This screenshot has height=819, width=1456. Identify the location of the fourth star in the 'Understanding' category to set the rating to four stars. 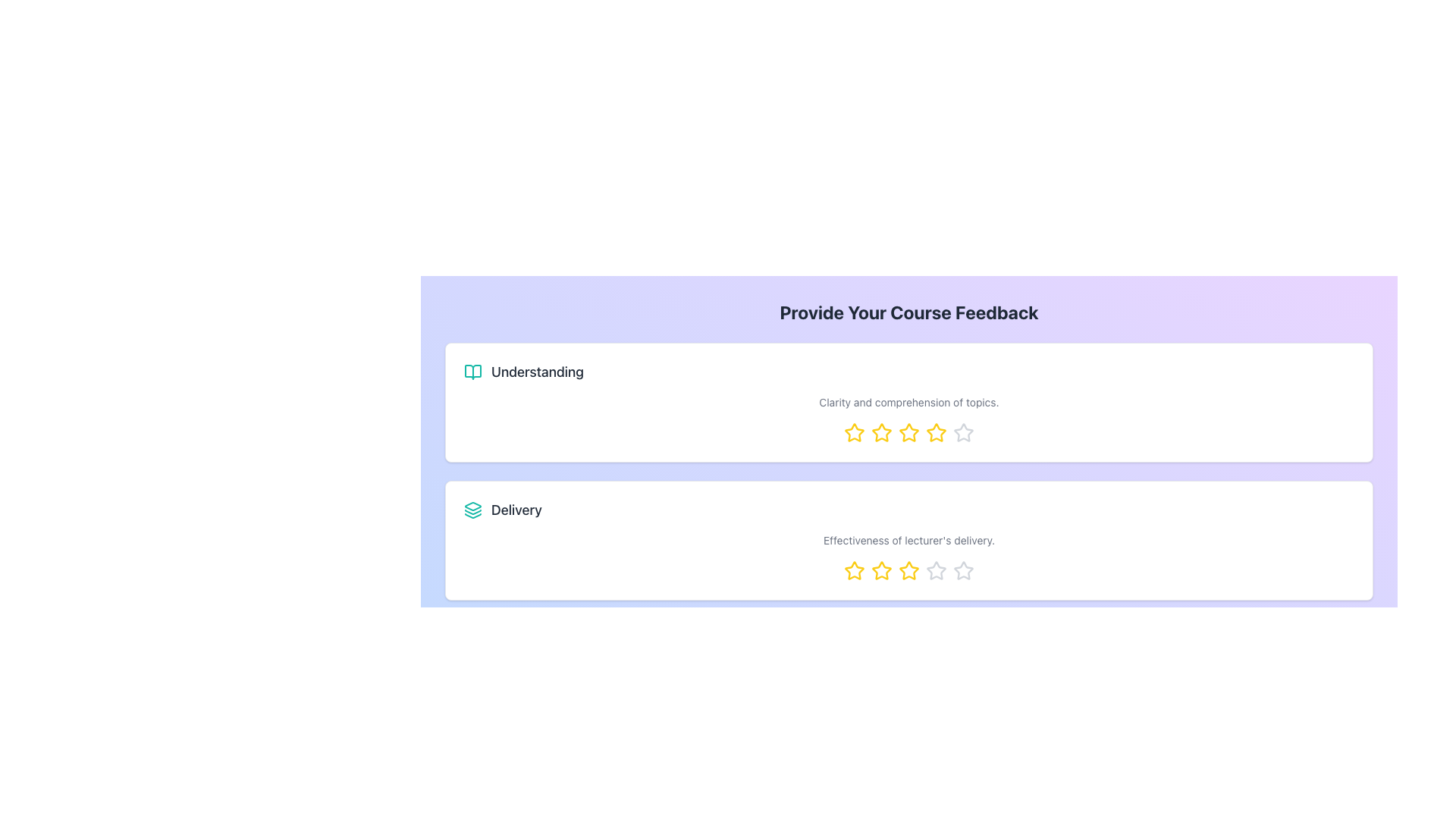
(908, 432).